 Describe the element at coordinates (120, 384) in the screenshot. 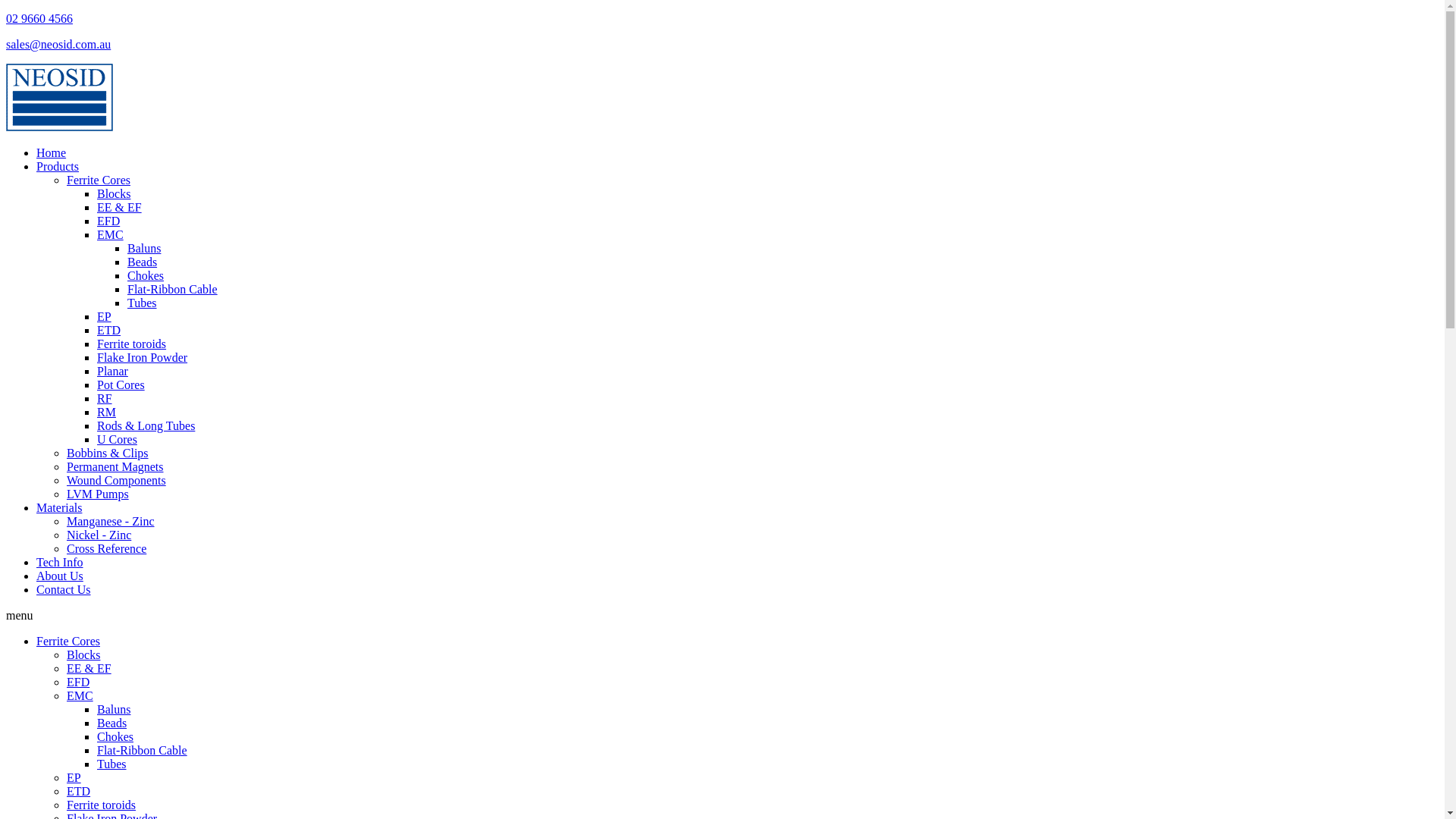

I see `'Pot Cores'` at that location.